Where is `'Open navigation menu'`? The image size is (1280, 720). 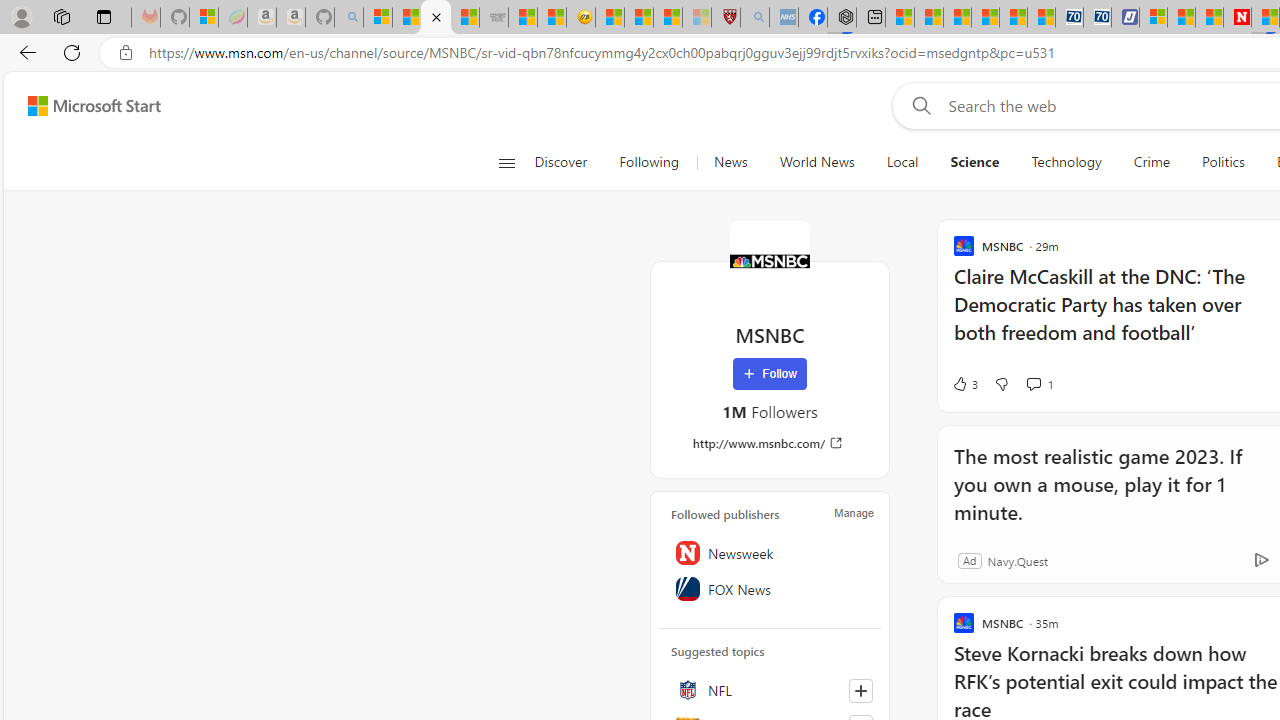
'Open navigation menu' is located at coordinates (506, 162).